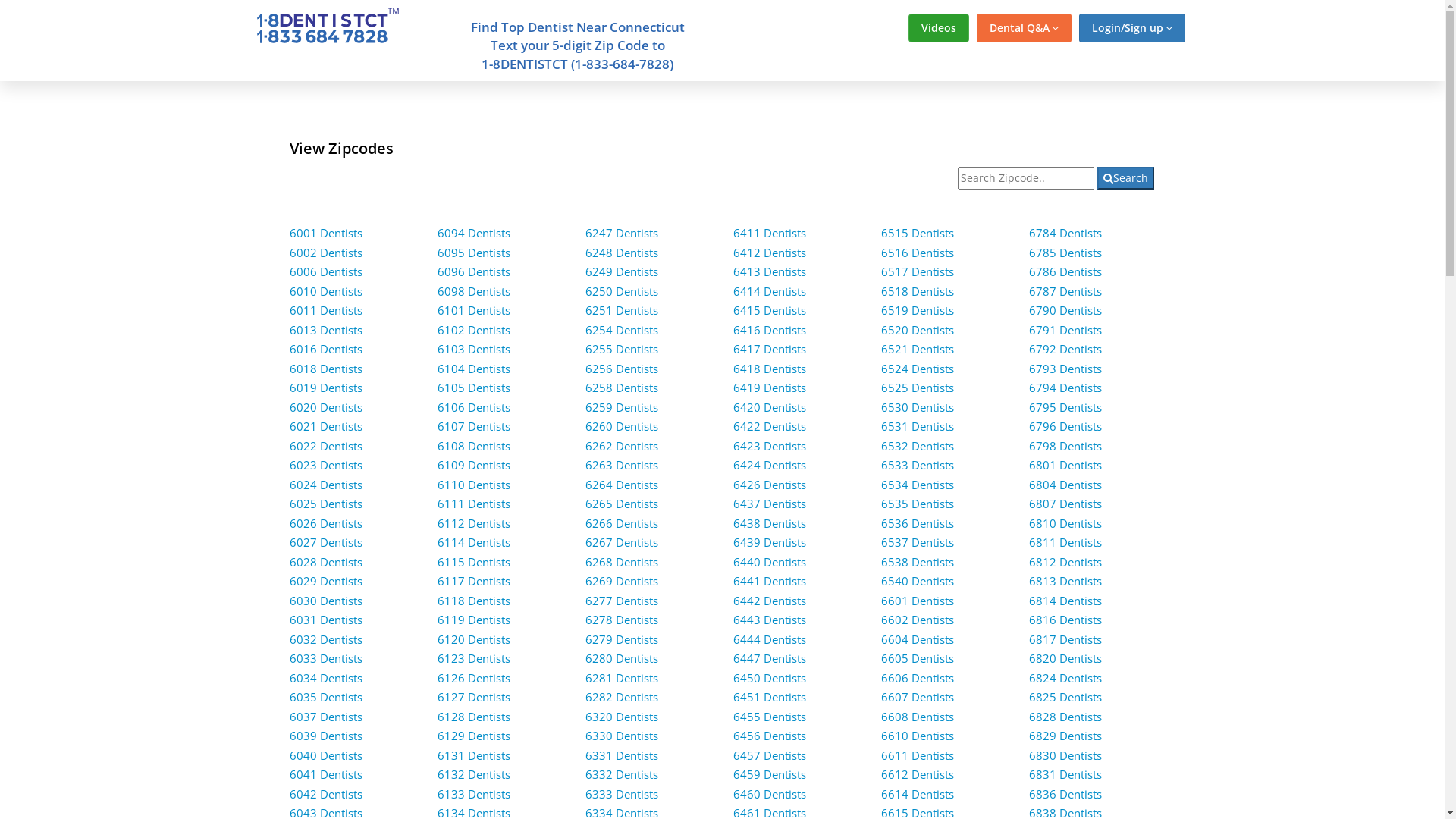  What do you see at coordinates (1065, 348) in the screenshot?
I see `'6792 Dentists'` at bounding box center [1065, 348].